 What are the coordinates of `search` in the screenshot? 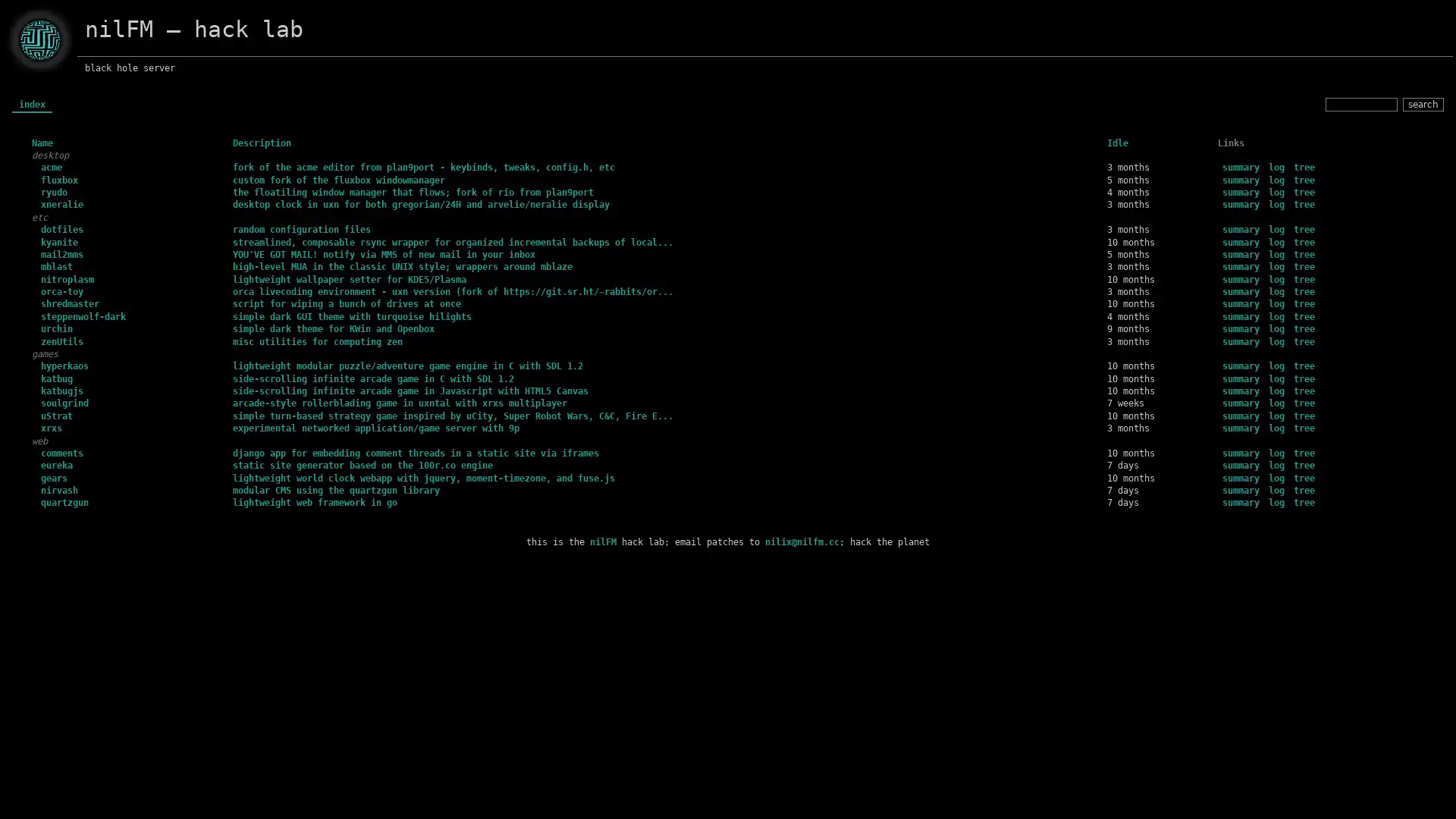 It's located at (1422, 104).